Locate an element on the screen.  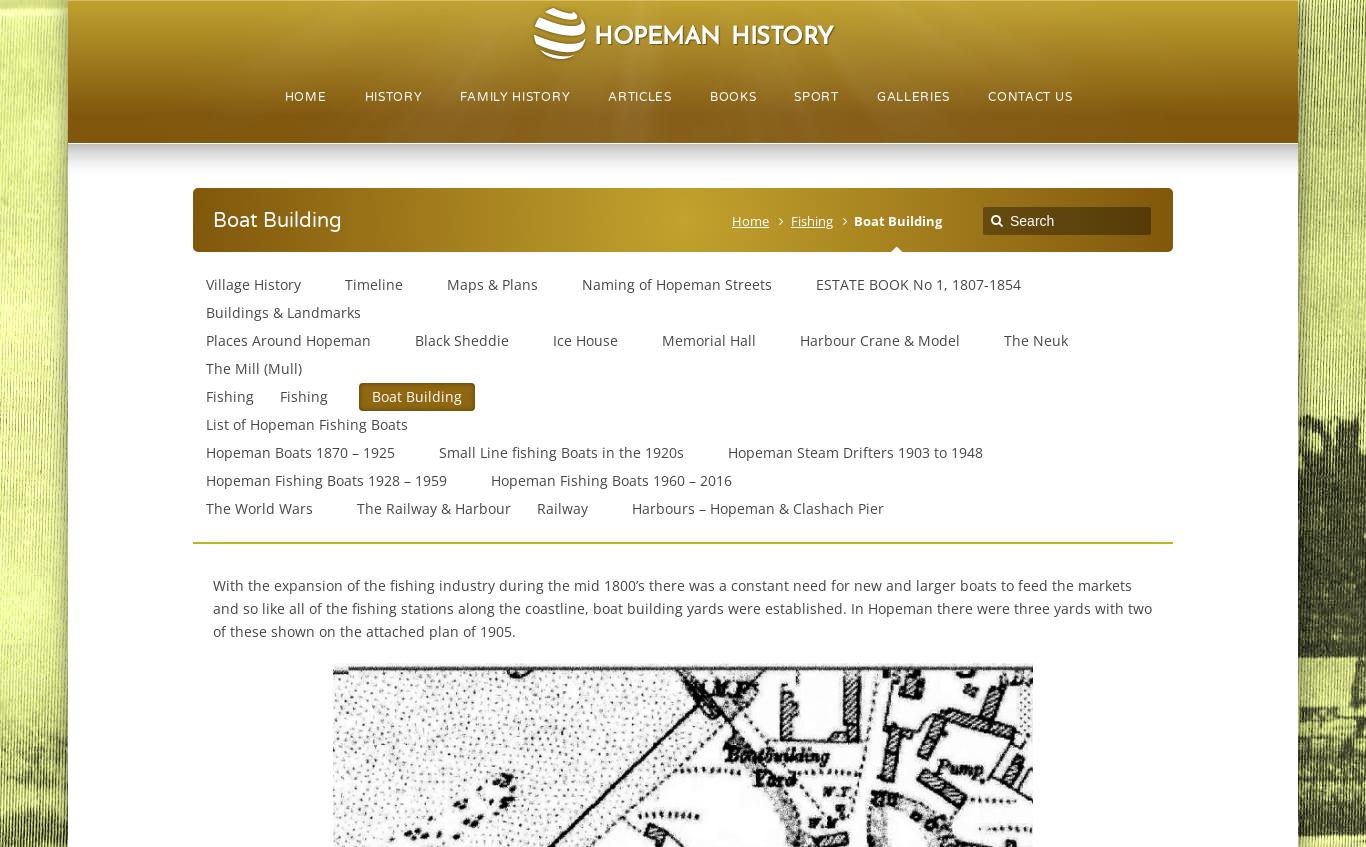
'Contact Us' is located at coordinates (1028, 97).